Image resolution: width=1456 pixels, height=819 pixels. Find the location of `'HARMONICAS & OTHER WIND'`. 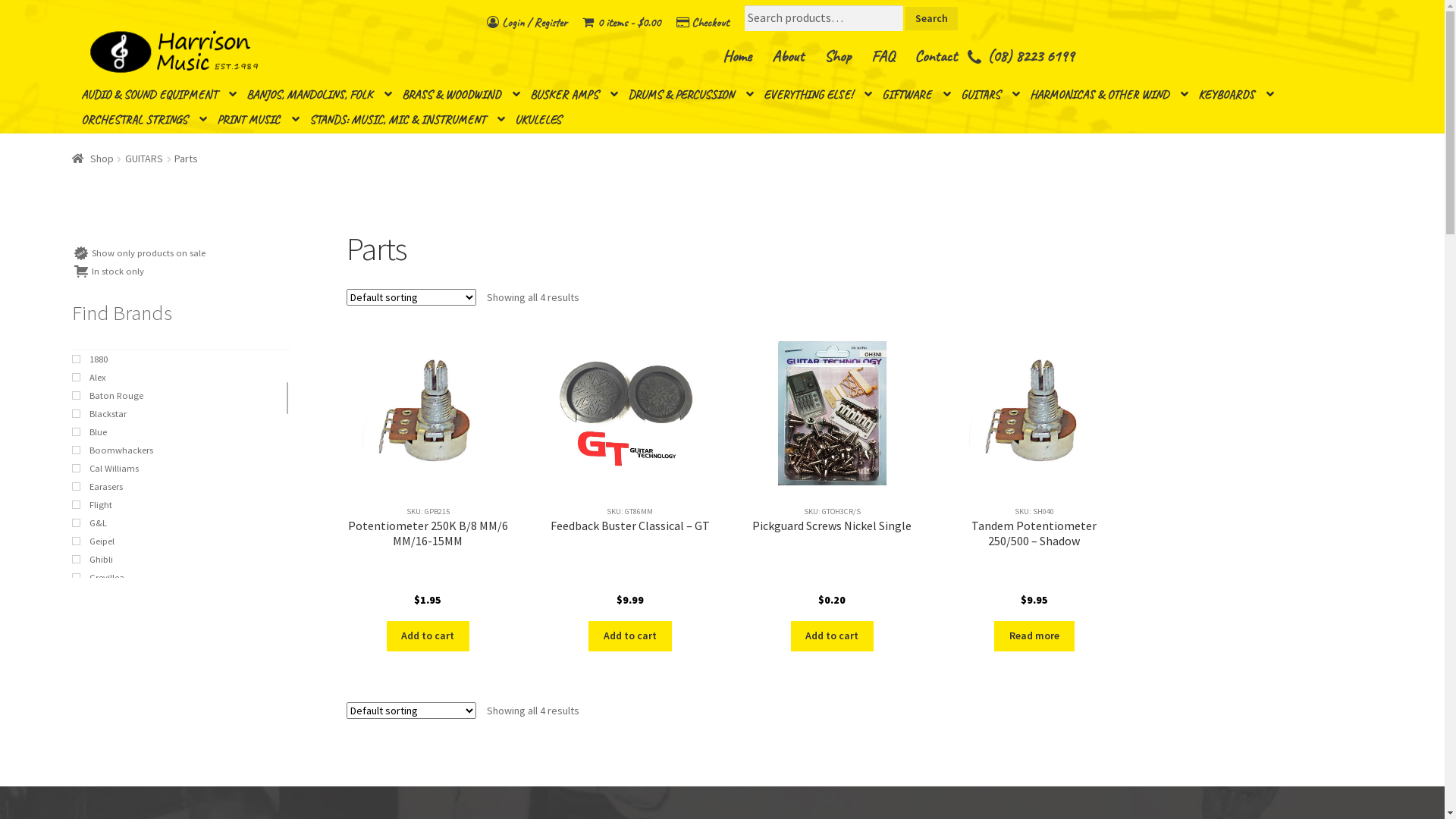

'HARMONICAS & OTHER WIND' is located at coordinates (1109, 95).